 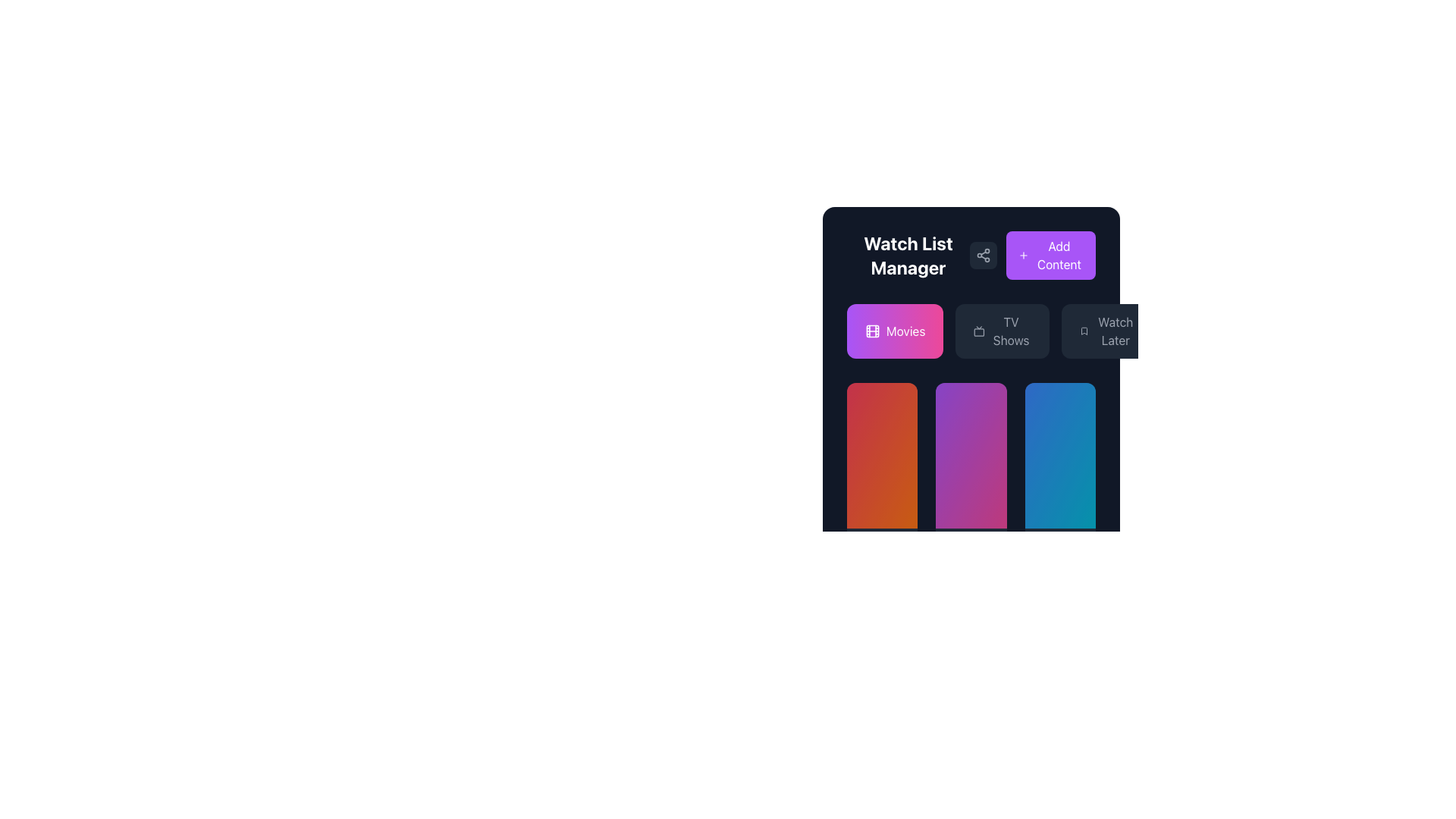 What do you see at coordinates (971, 254) in the screenshot?
I see `the button in the 'Watch List Manager' label` at bounding box center [971, 254].